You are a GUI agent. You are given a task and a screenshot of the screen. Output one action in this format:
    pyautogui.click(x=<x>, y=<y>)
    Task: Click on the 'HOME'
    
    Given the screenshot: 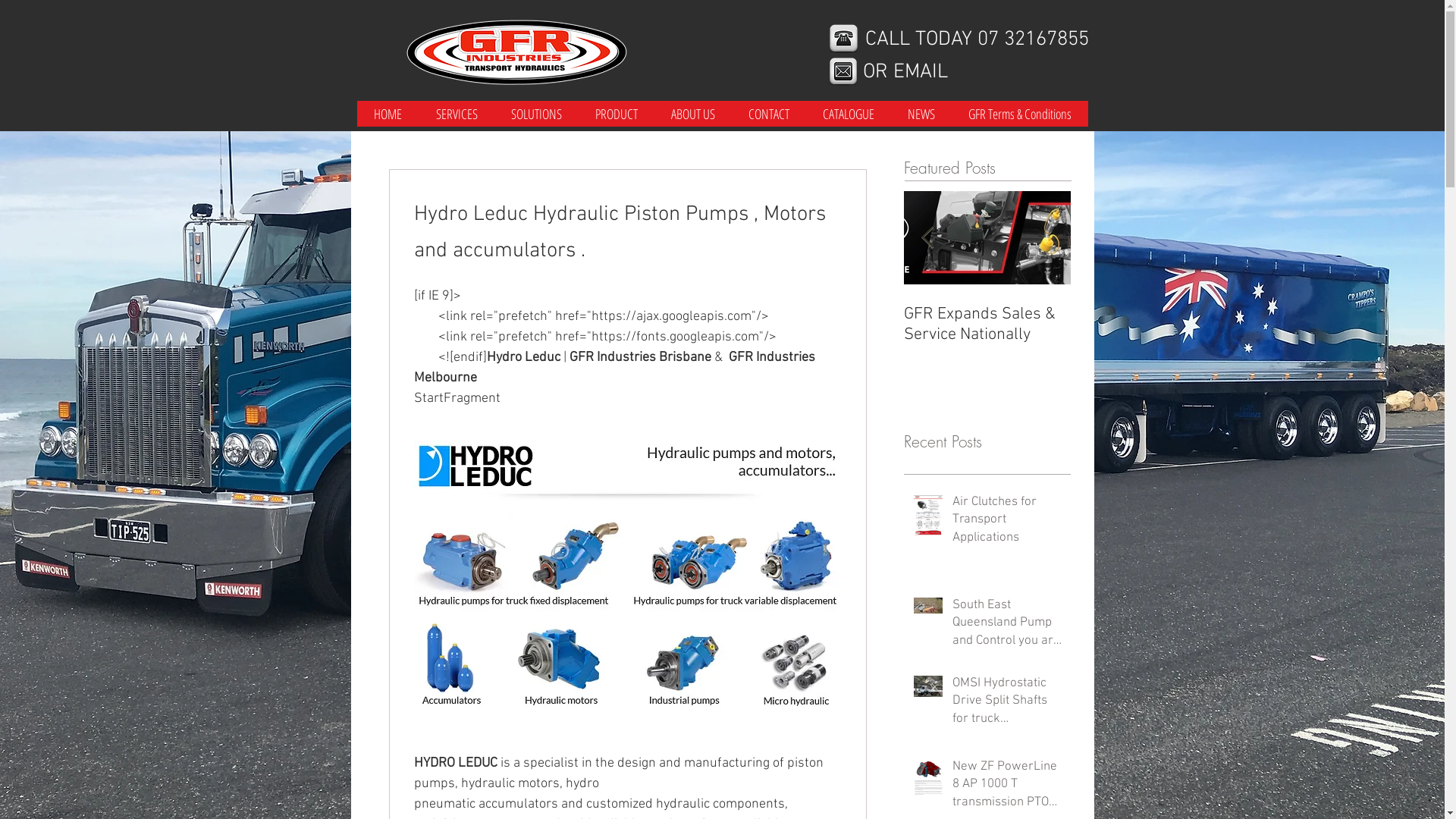 What is the action you would take?
    pyautogui.click(x=387, y=113)
    